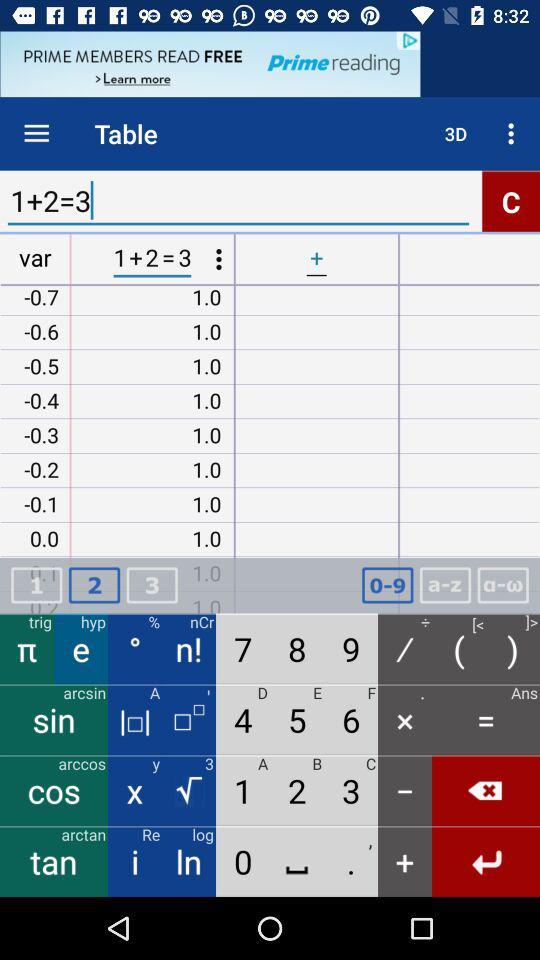 This screenshot has width=540, height=960. Describe the element at coordinates (151, 585) in the screenshot. I see `trey` at that location.